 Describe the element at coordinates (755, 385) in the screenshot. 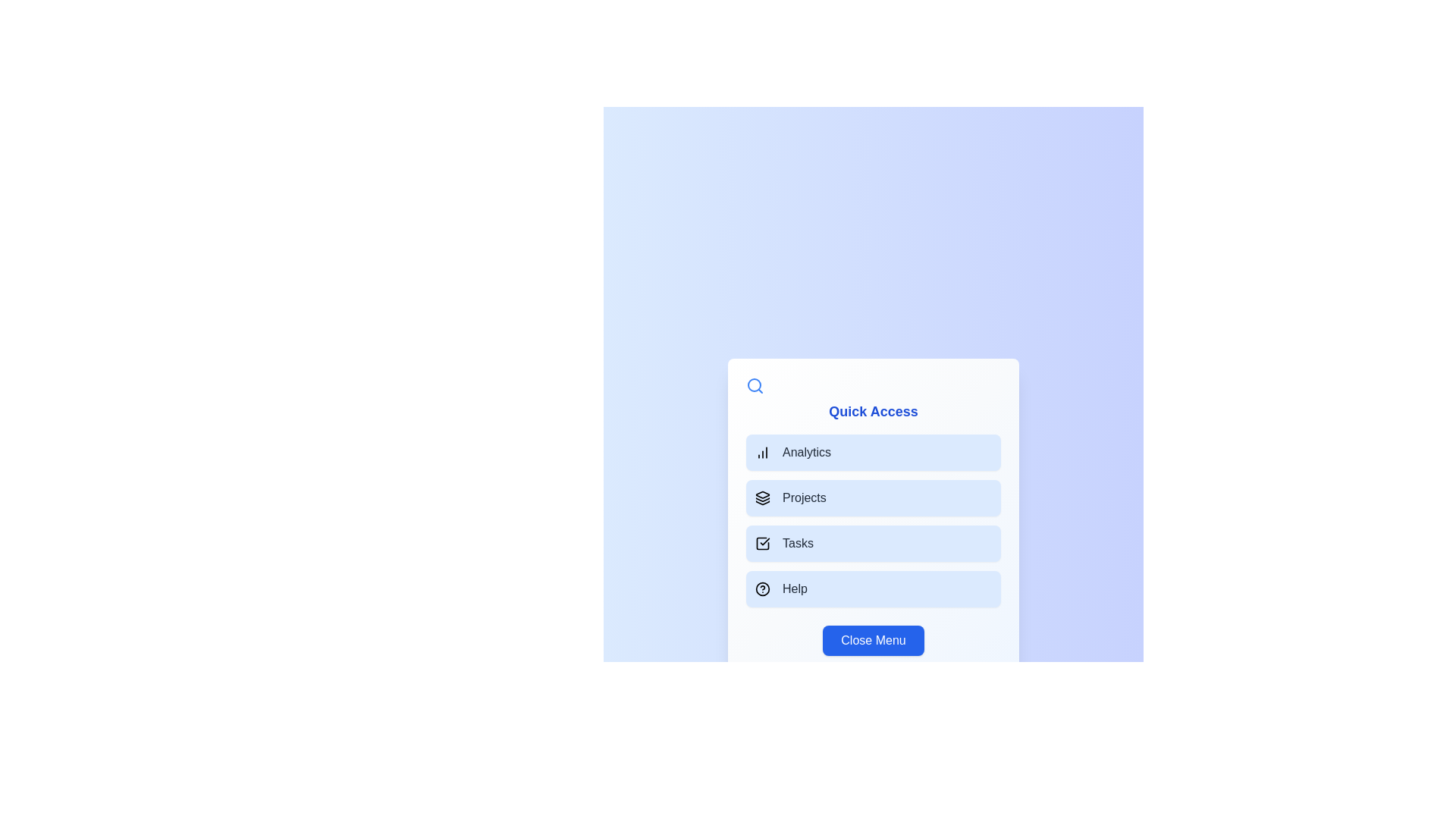

I see `the search icon in the AdvancedMenu component` at that location.